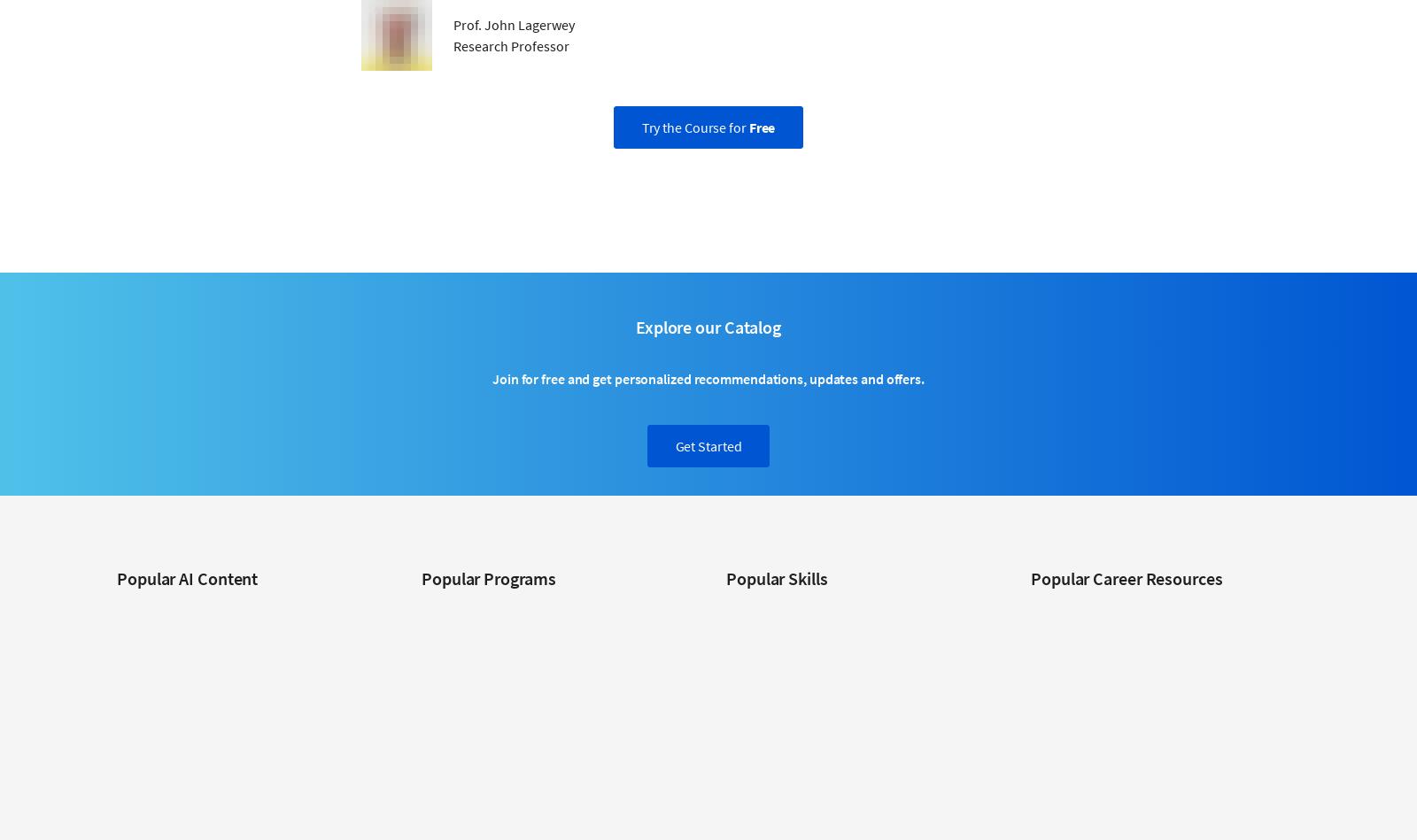 The height and width of the screenshot is (840, 1417). I want to click on 'Excel Courses', so click(761, 715).